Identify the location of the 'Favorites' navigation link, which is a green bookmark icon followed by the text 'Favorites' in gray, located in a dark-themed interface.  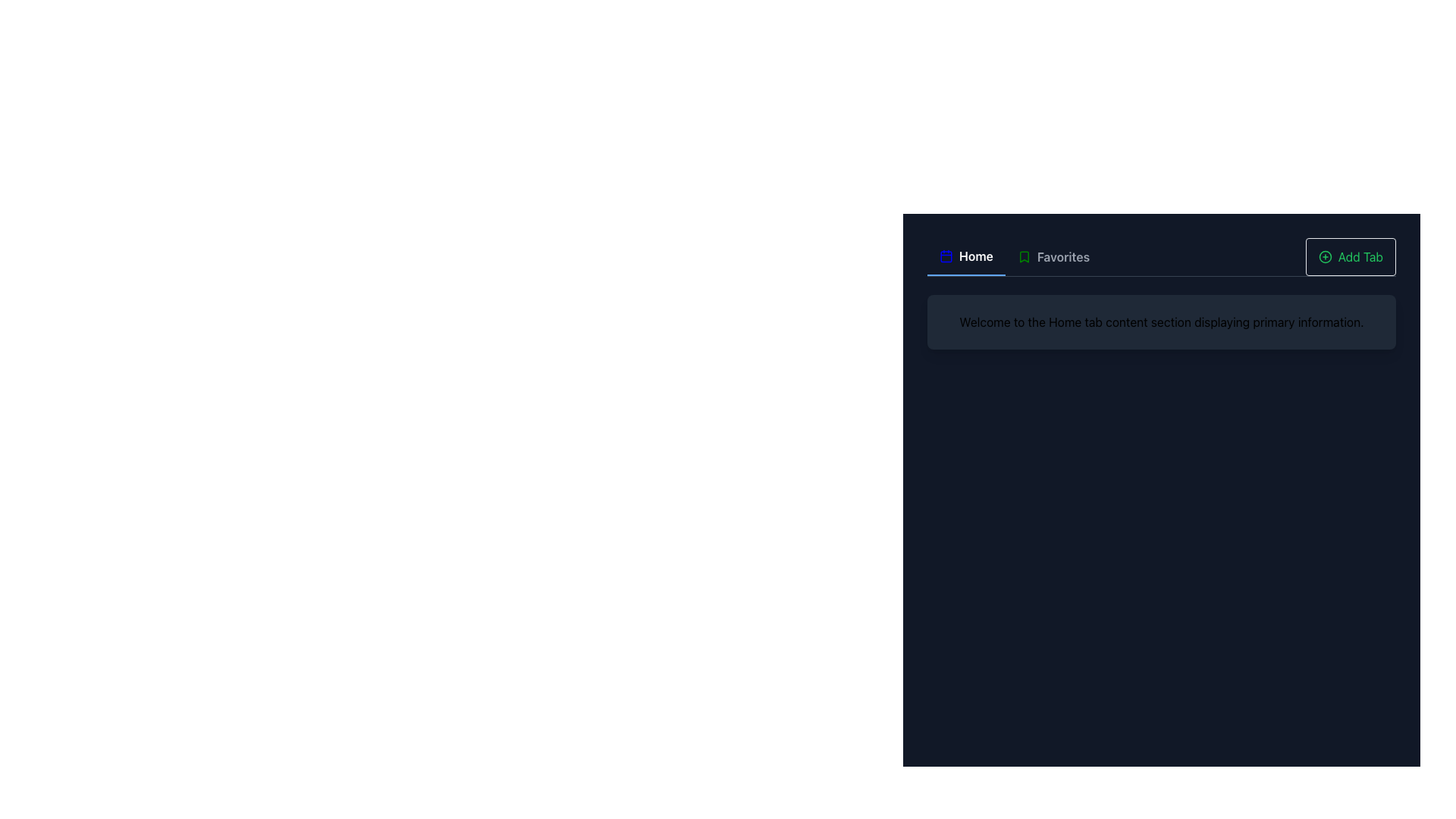
(1053, 256).